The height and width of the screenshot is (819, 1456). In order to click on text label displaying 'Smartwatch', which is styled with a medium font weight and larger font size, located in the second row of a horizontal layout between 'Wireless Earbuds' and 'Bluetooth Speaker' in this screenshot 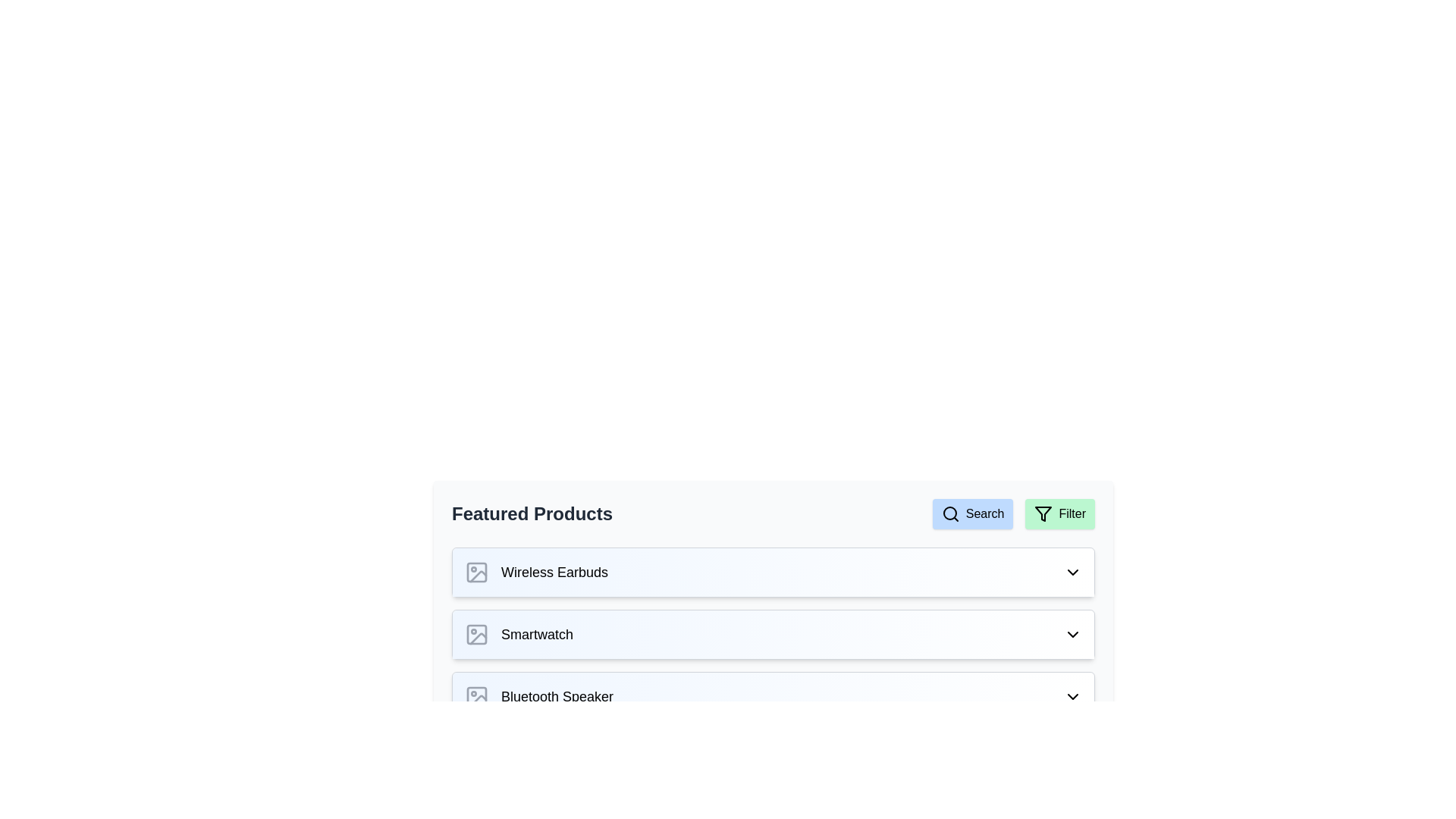, I will do `click(537, 635)`.